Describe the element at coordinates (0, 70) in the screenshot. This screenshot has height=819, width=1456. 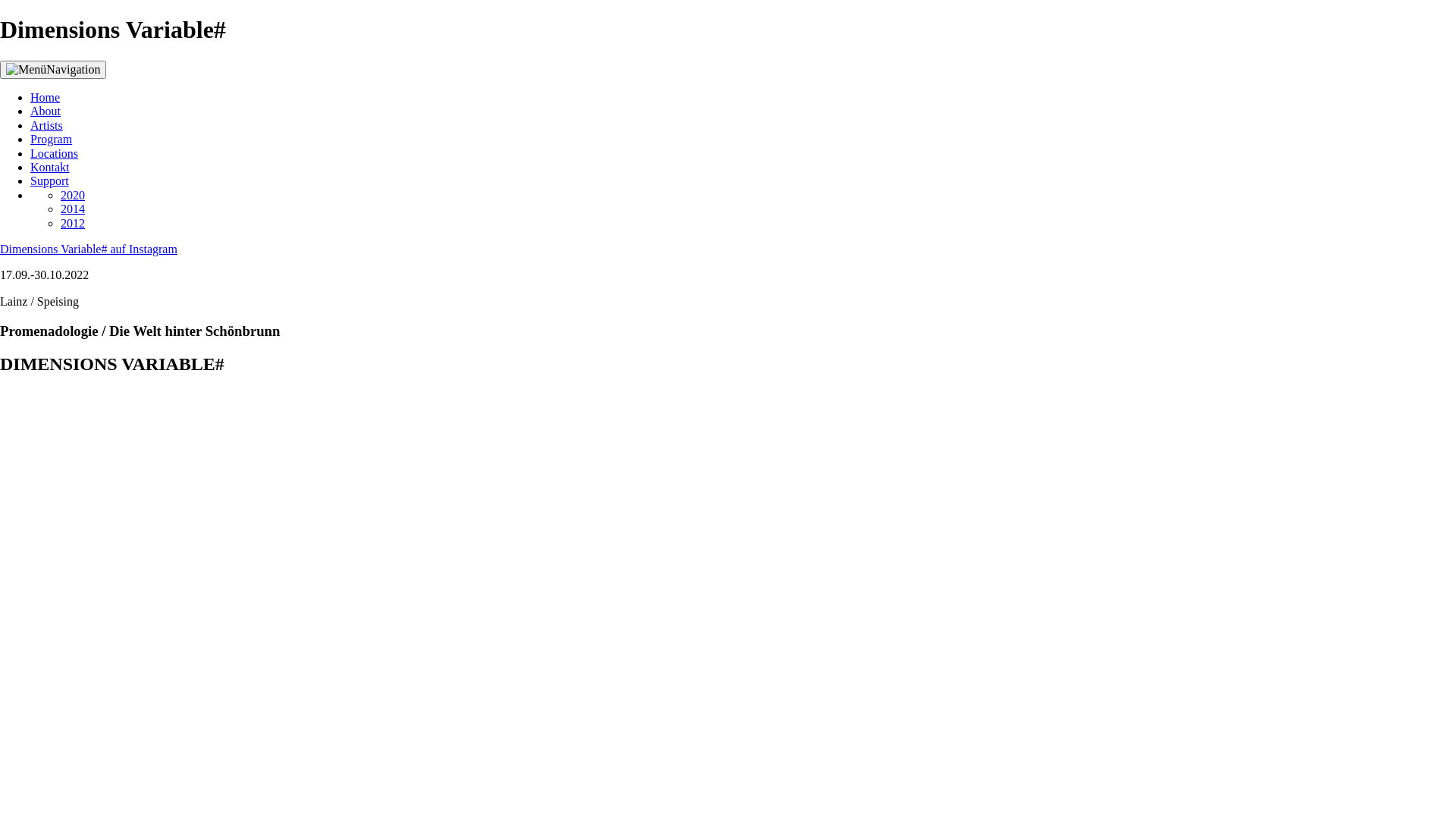
I see `'Navigation'` at that location.